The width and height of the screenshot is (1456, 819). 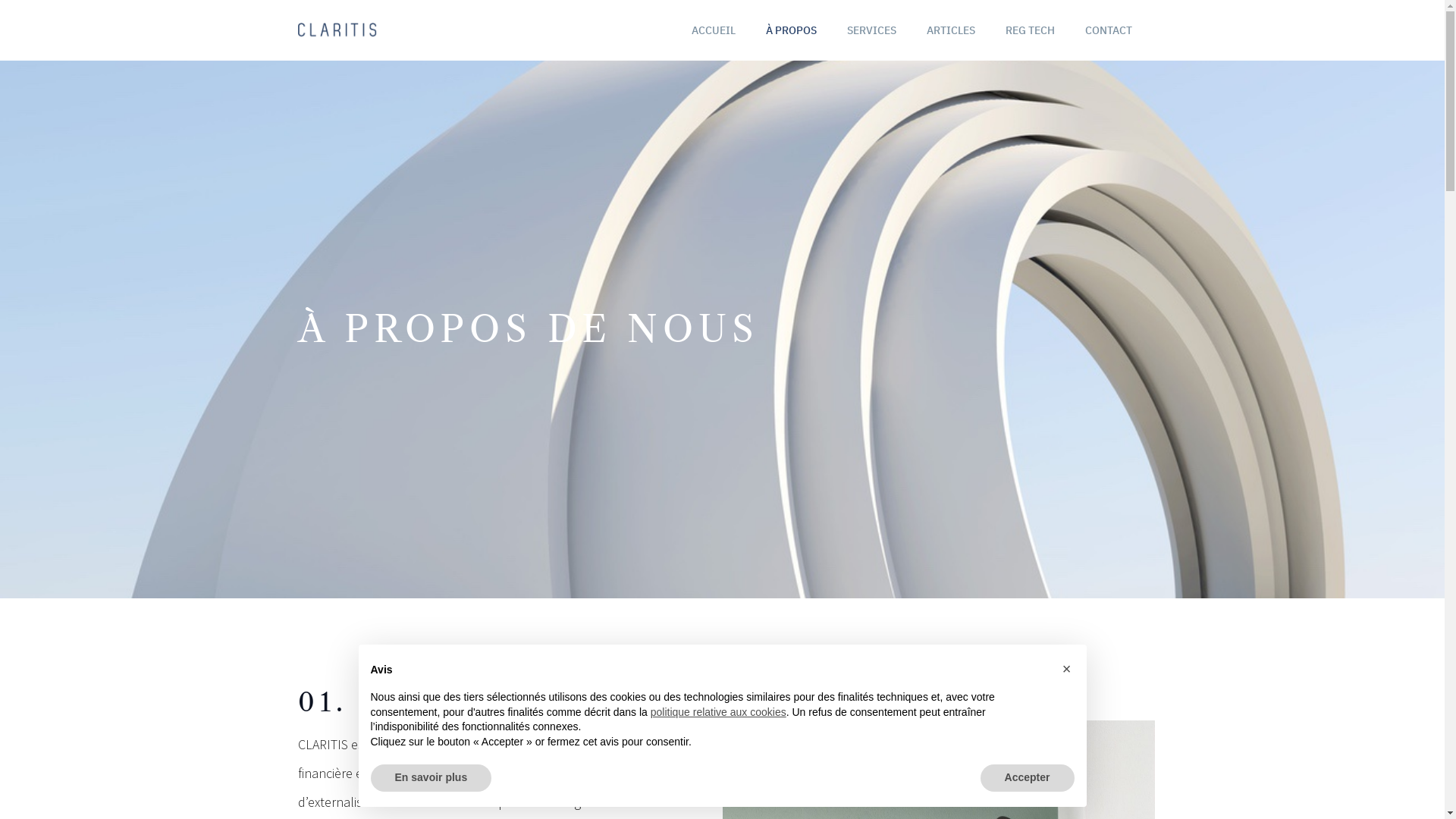 I want to click on 'REG TECH', so click(x=1030, y=30).